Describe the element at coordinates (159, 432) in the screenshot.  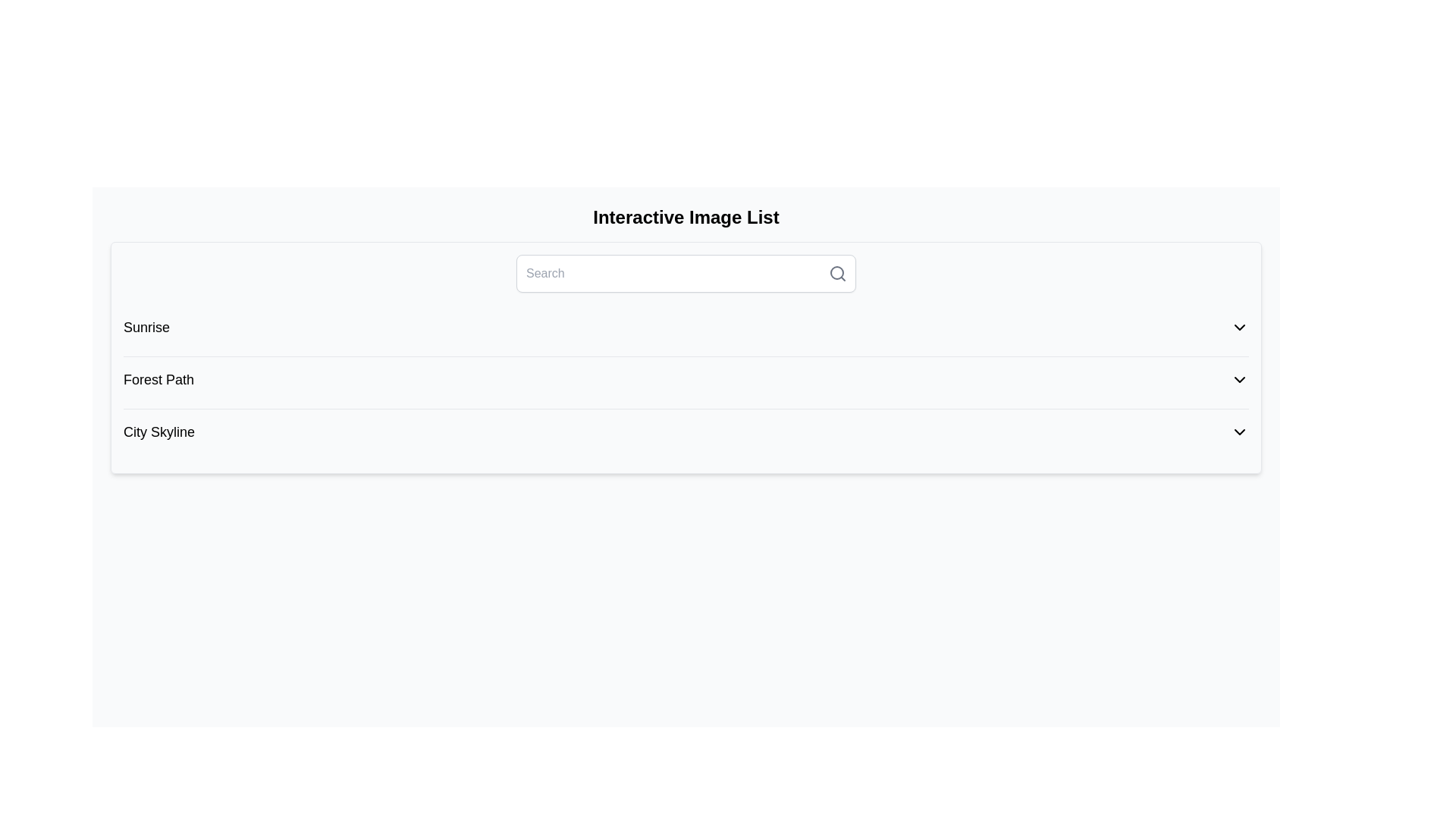
I see `text label displaying 'City Skyline', which is a medium font size in bold black on a white background, located within the third item of a vertically stacked list` at that location.